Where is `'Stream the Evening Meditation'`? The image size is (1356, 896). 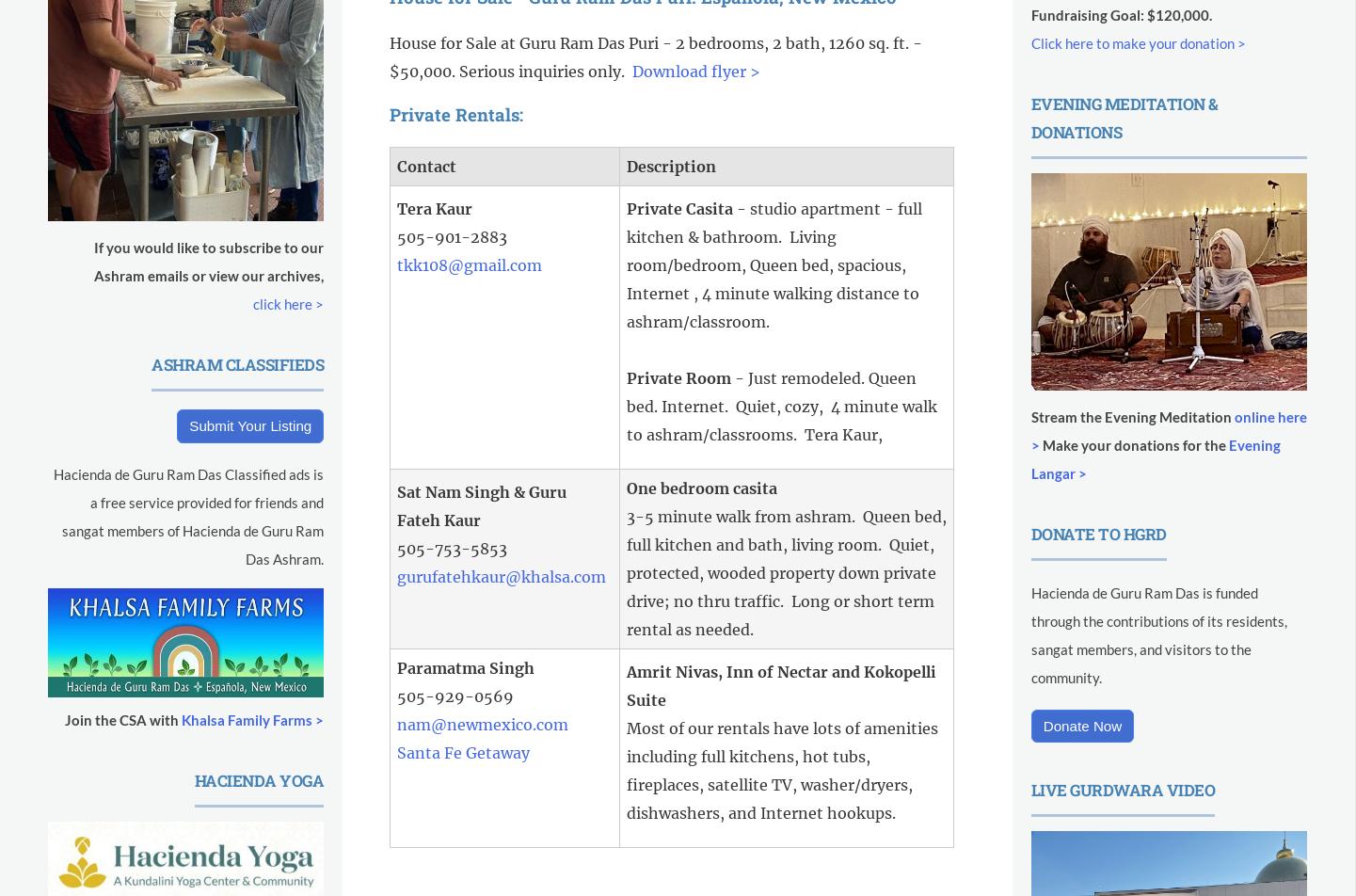 'Stream the Evening Meditation' is located at coordinates (1131, 416).